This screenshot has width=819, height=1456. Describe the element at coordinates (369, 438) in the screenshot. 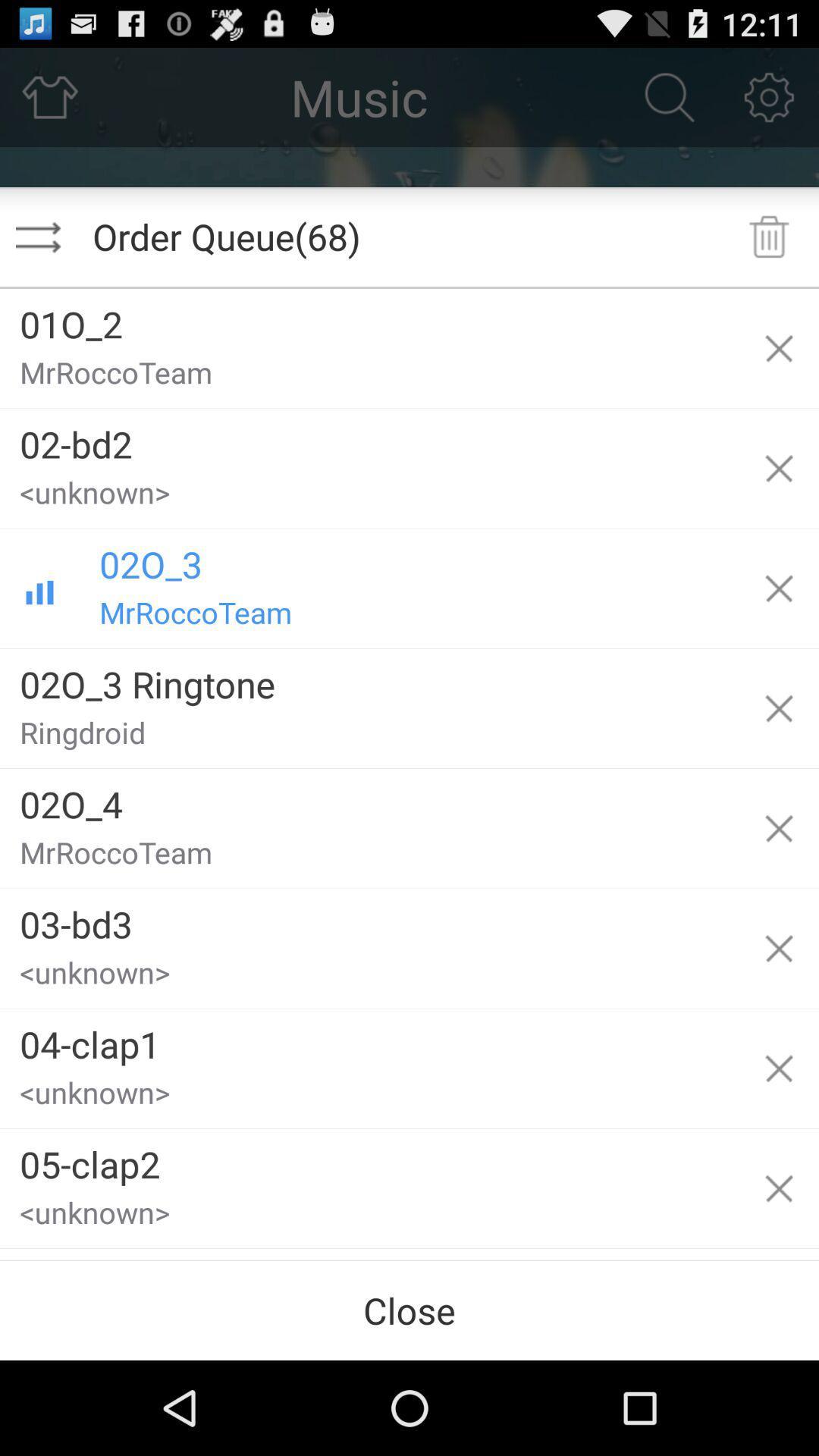

I see `icon below the mrroccoteam` at that location.